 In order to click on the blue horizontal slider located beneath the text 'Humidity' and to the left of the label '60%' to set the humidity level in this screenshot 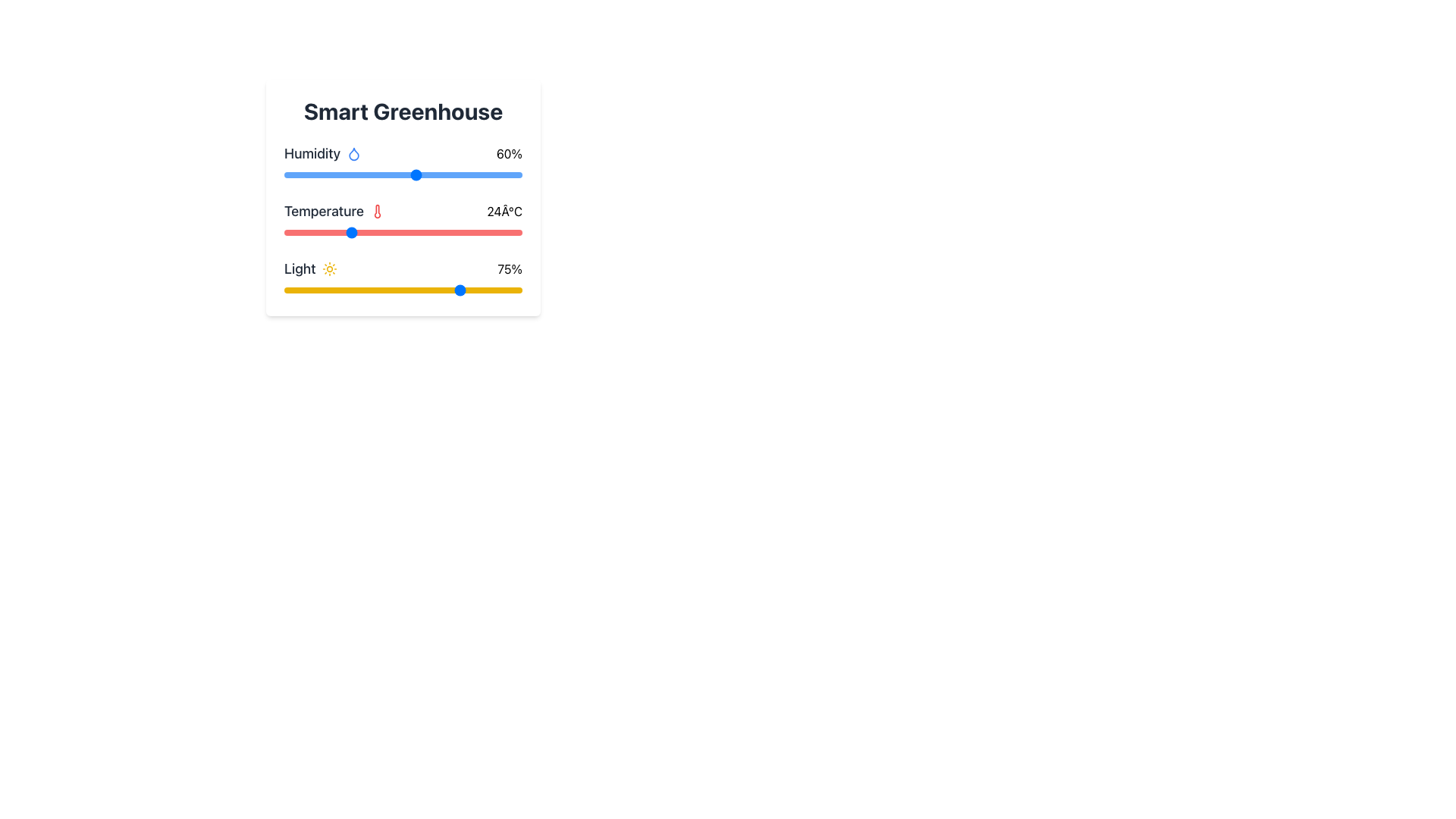, I will do `click(403, 174)`.